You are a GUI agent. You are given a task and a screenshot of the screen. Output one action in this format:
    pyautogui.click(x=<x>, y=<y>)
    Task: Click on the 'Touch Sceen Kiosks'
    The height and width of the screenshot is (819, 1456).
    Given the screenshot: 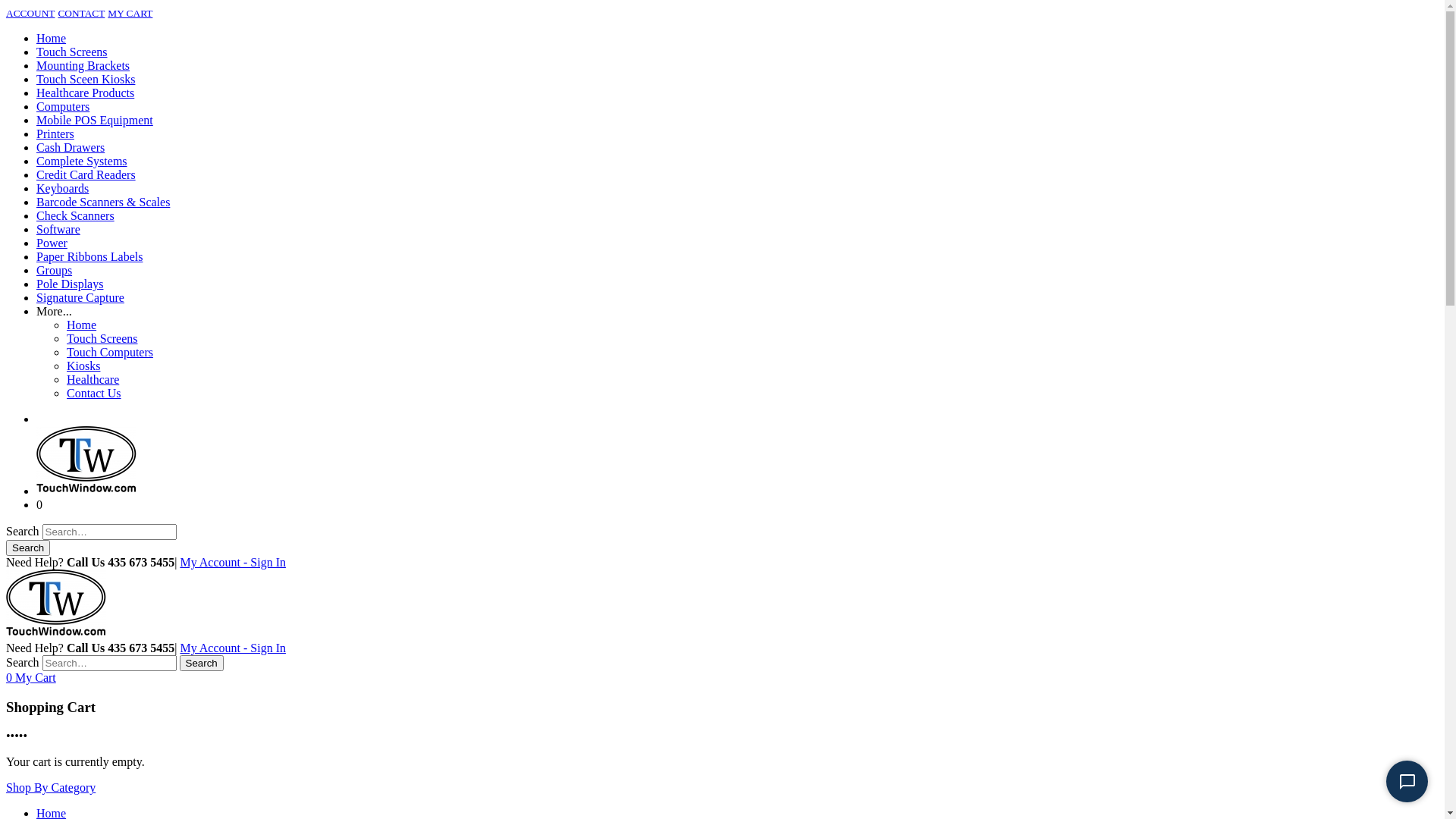 What is the action you would take?
    pyautogui.click(x=85, y=79)
    